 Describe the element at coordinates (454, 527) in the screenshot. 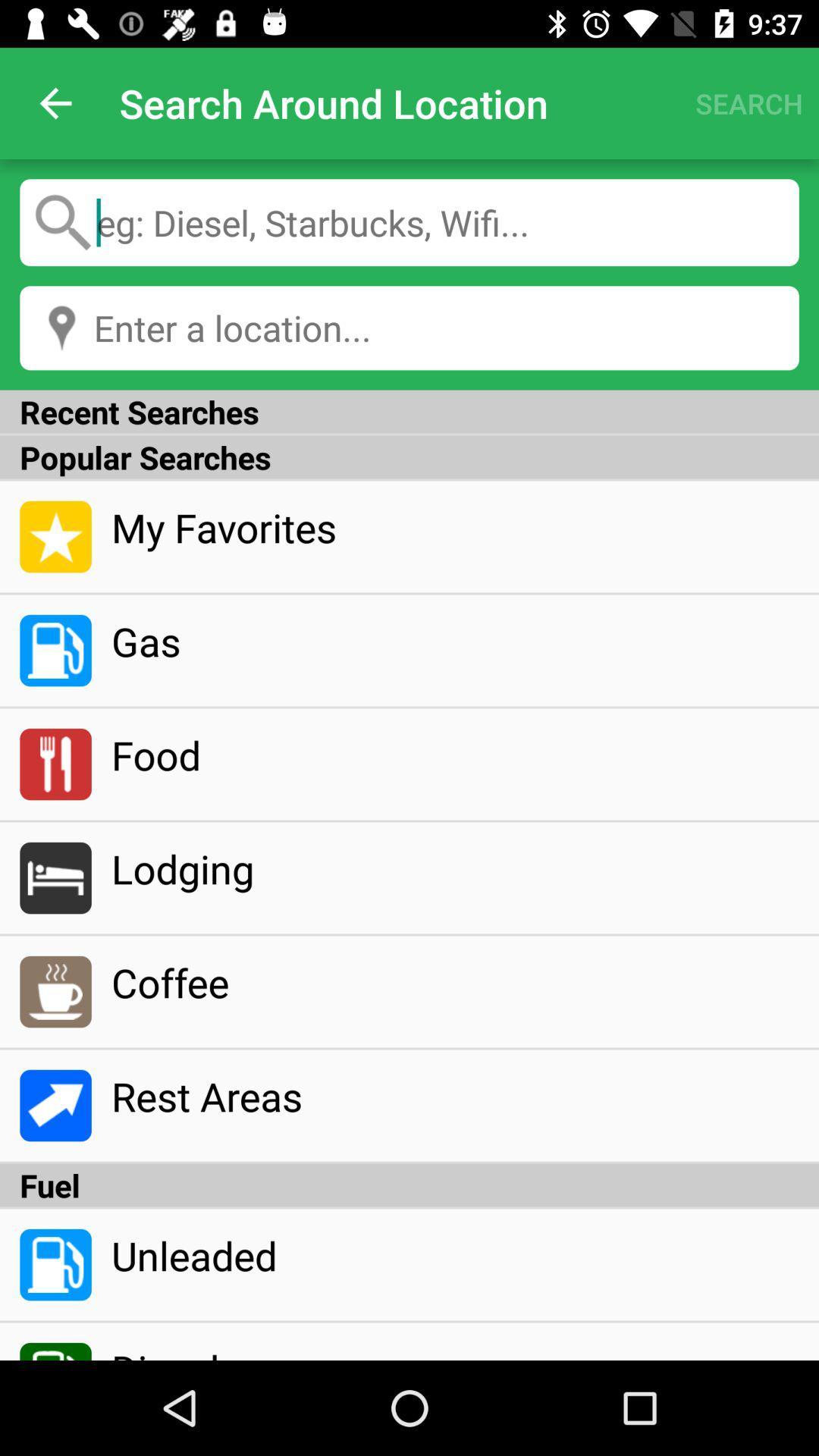

I see `my favorites item` at that location.